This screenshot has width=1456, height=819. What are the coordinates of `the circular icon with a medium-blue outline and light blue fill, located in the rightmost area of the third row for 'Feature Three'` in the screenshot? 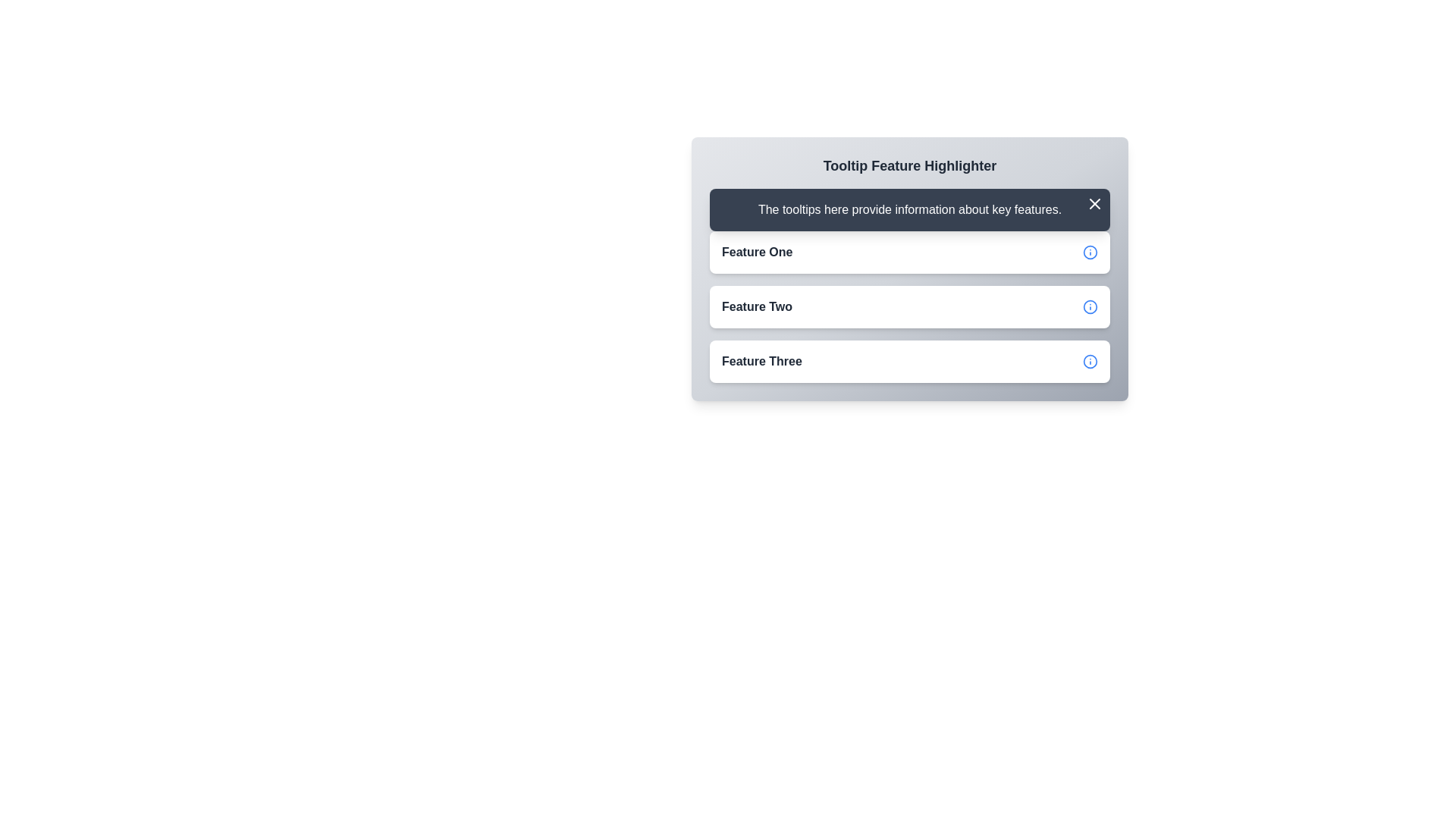 It's located at (1090, 362).